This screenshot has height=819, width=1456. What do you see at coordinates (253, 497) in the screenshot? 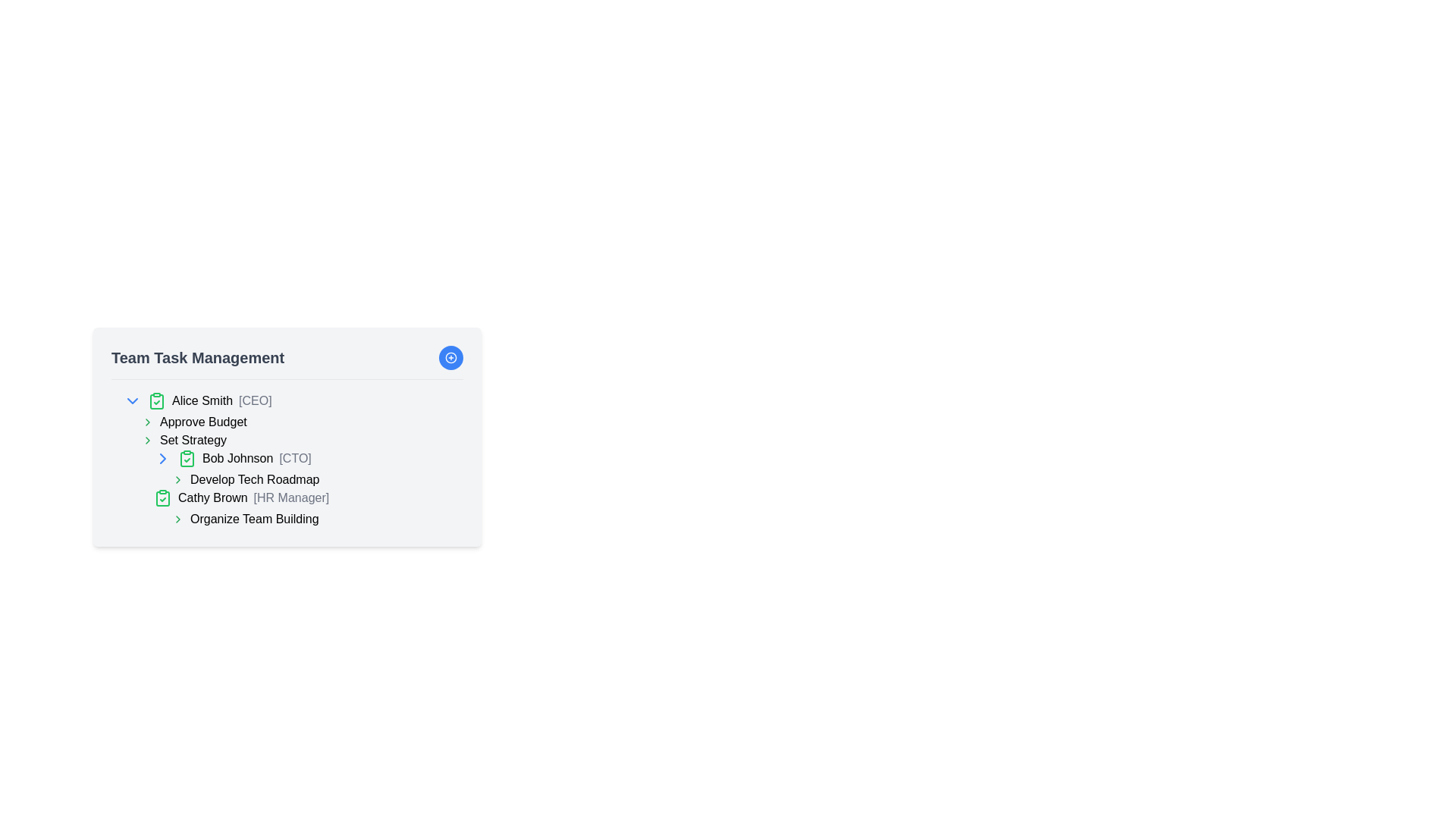
I see `the Text Label displaying 'Cathy Brown' with the role 'HR Manager', which is located in the 'Team Task Management' section, positioned between 'Bob Johnson [CTO]' and 'Organize Team Building'` at bounding box center [253, 497].